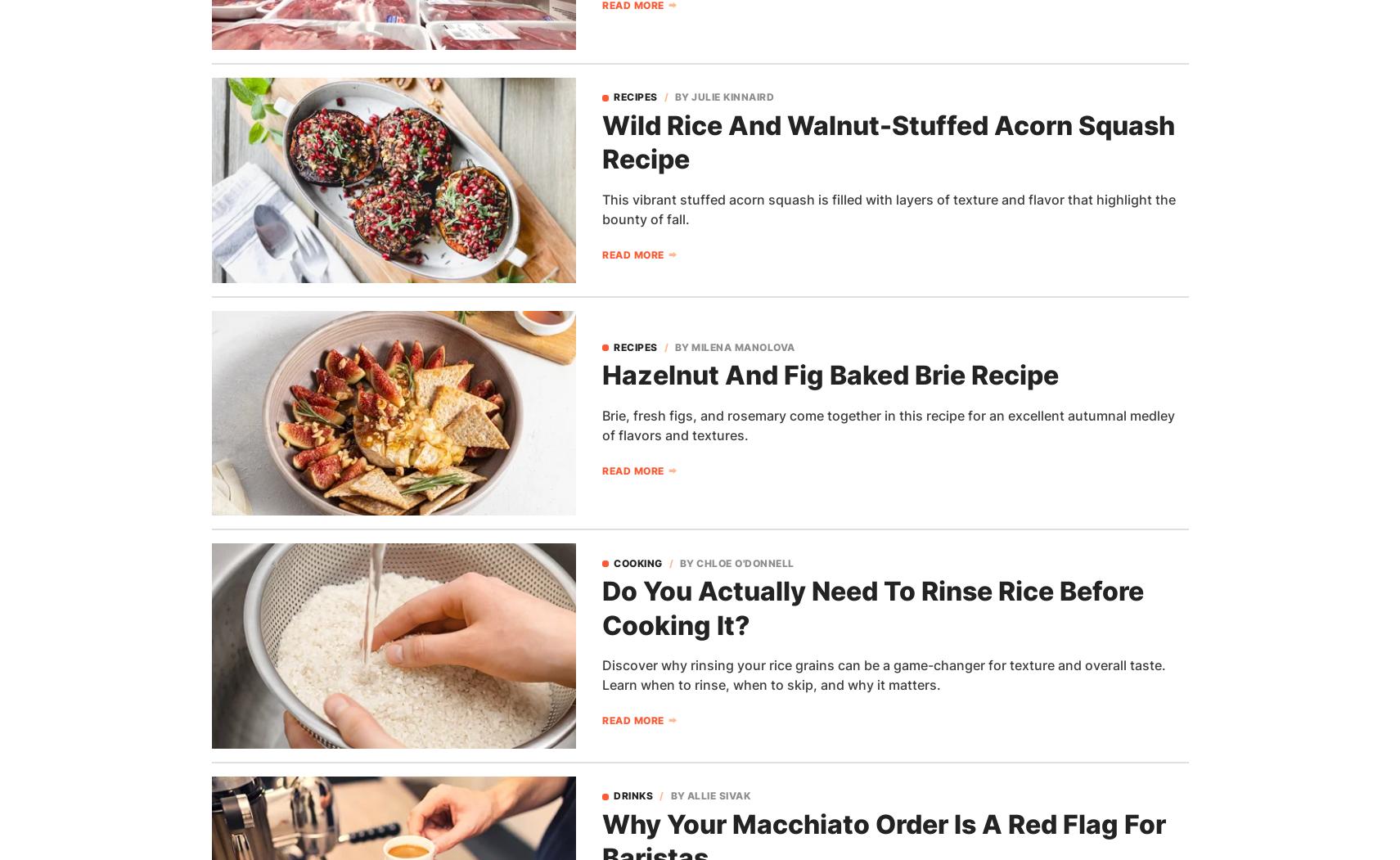  Describe the element at coordinates (695, 562) in the screenshot. I see `'Chloe O'Donnell'` at that location.